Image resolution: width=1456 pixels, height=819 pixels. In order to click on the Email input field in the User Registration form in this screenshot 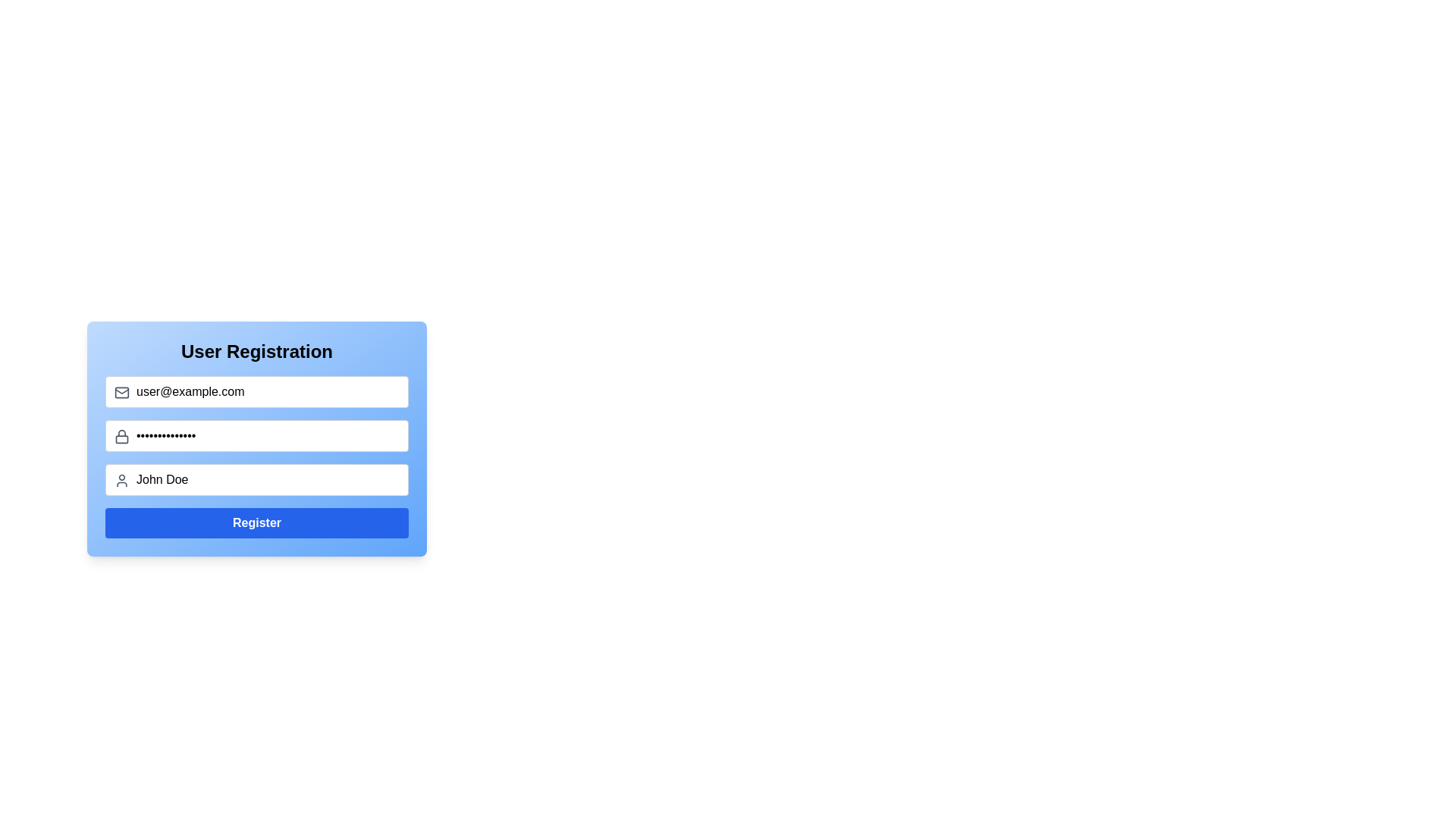, I will do `click(257, 391)`.